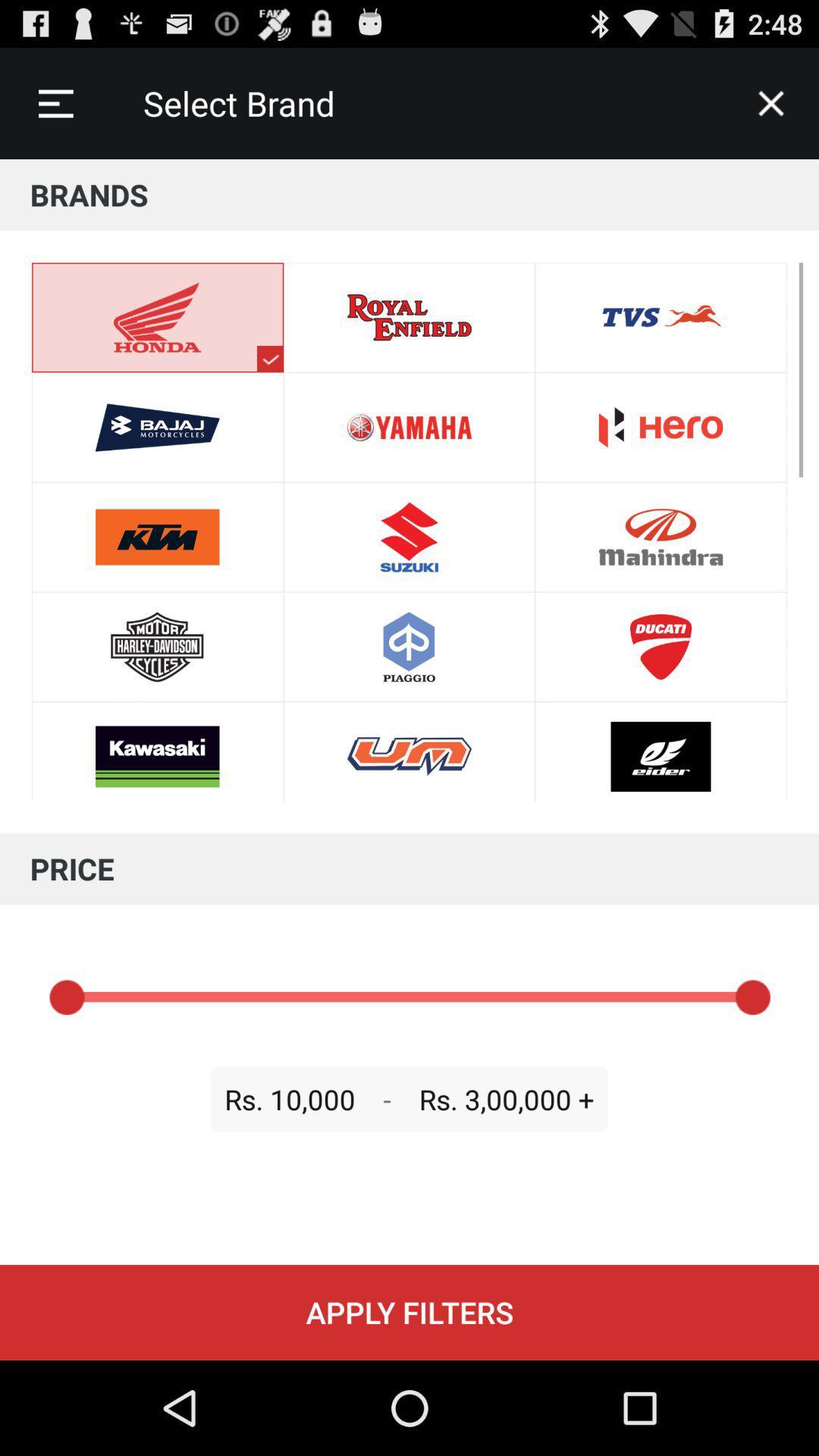  What do you see at coordinates (771, 102) in the screenshot?
I see `icon above brands item` at bounding box center [771, 102].